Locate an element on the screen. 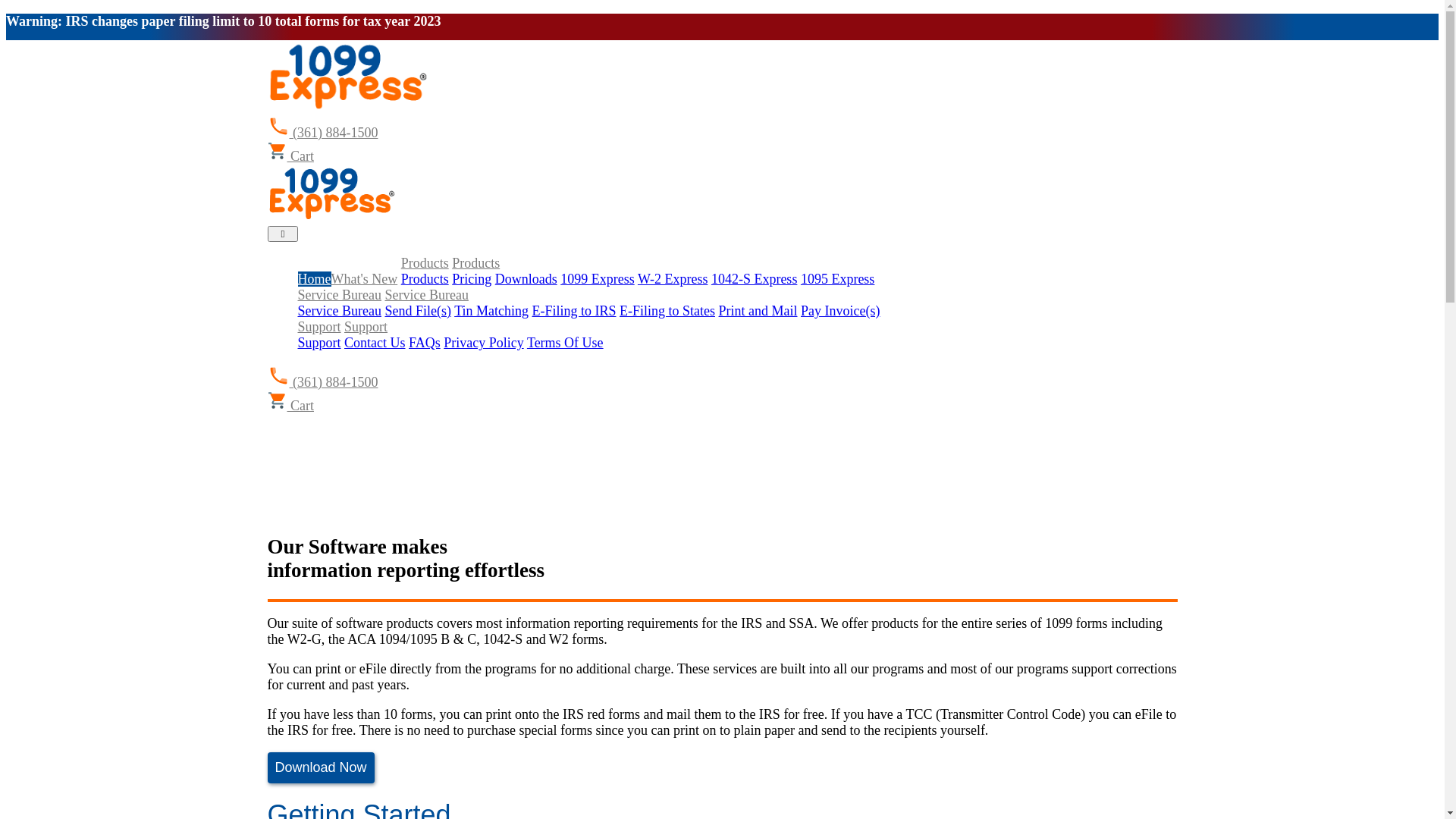  'Print and Mail' is located at coordinates (758, 309).